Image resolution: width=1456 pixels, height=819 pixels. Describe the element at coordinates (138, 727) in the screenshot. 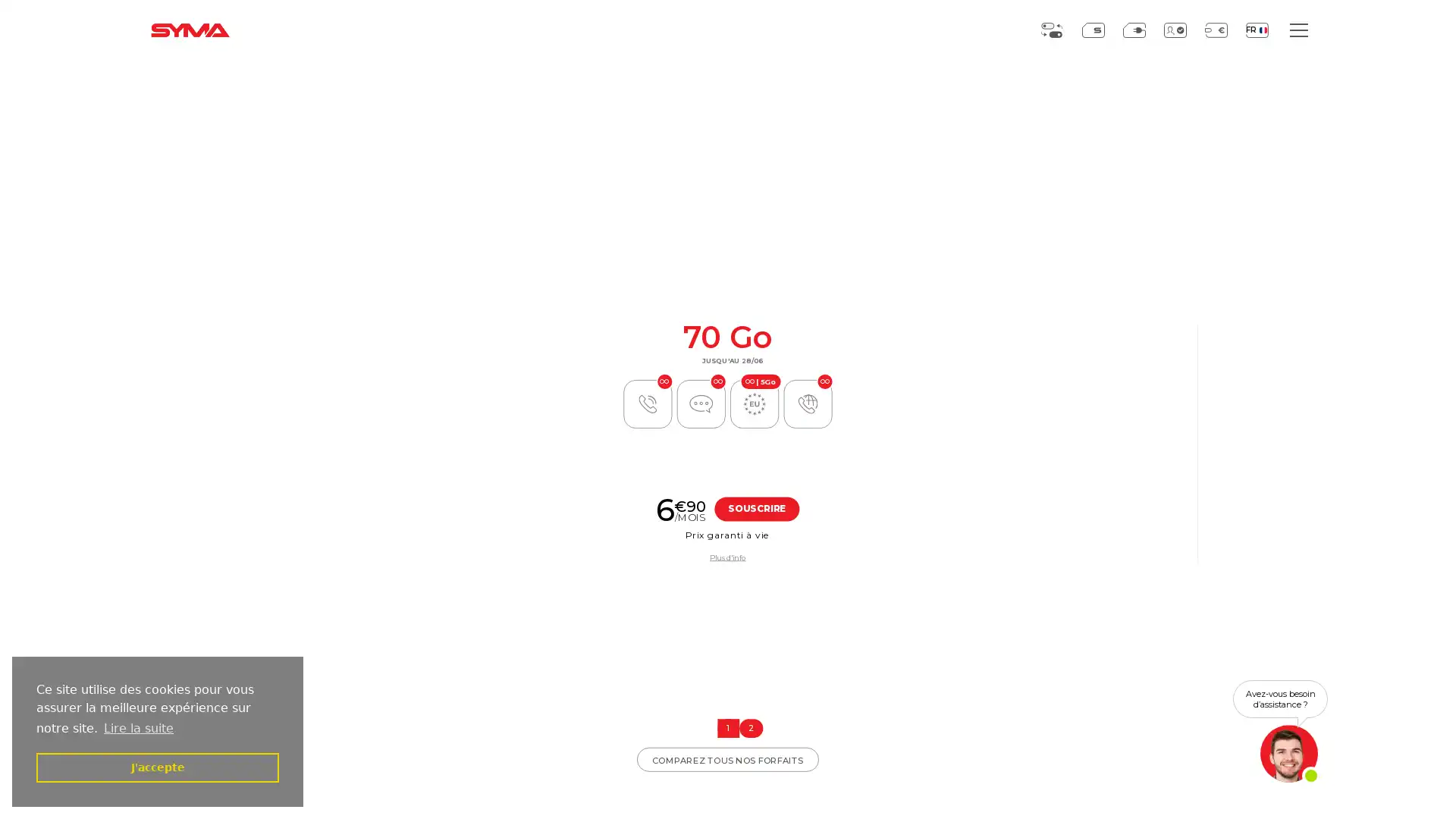

I see `learn more about cookies` at that location.